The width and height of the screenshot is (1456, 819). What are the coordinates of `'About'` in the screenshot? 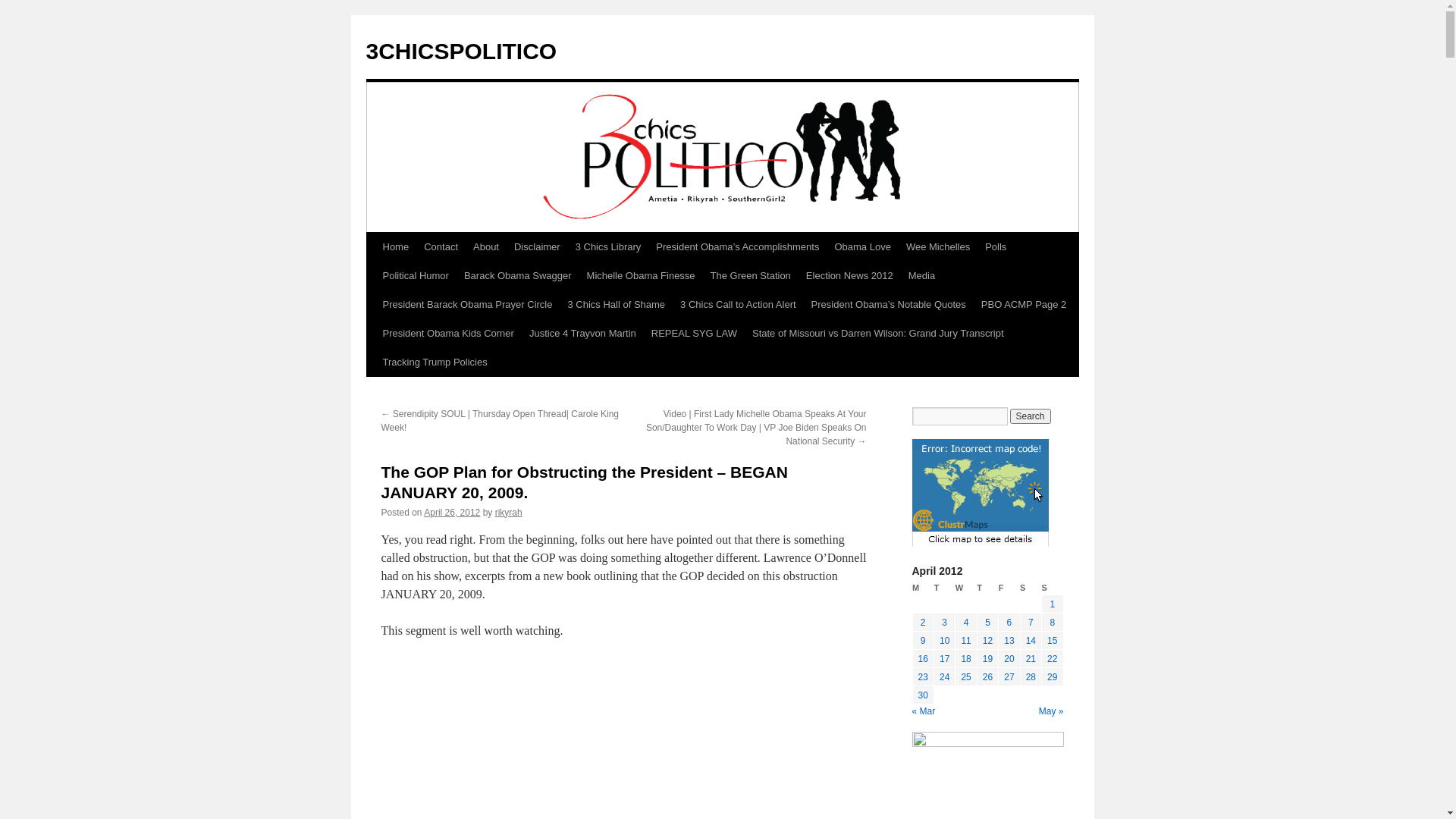 It's located at (465, 246).